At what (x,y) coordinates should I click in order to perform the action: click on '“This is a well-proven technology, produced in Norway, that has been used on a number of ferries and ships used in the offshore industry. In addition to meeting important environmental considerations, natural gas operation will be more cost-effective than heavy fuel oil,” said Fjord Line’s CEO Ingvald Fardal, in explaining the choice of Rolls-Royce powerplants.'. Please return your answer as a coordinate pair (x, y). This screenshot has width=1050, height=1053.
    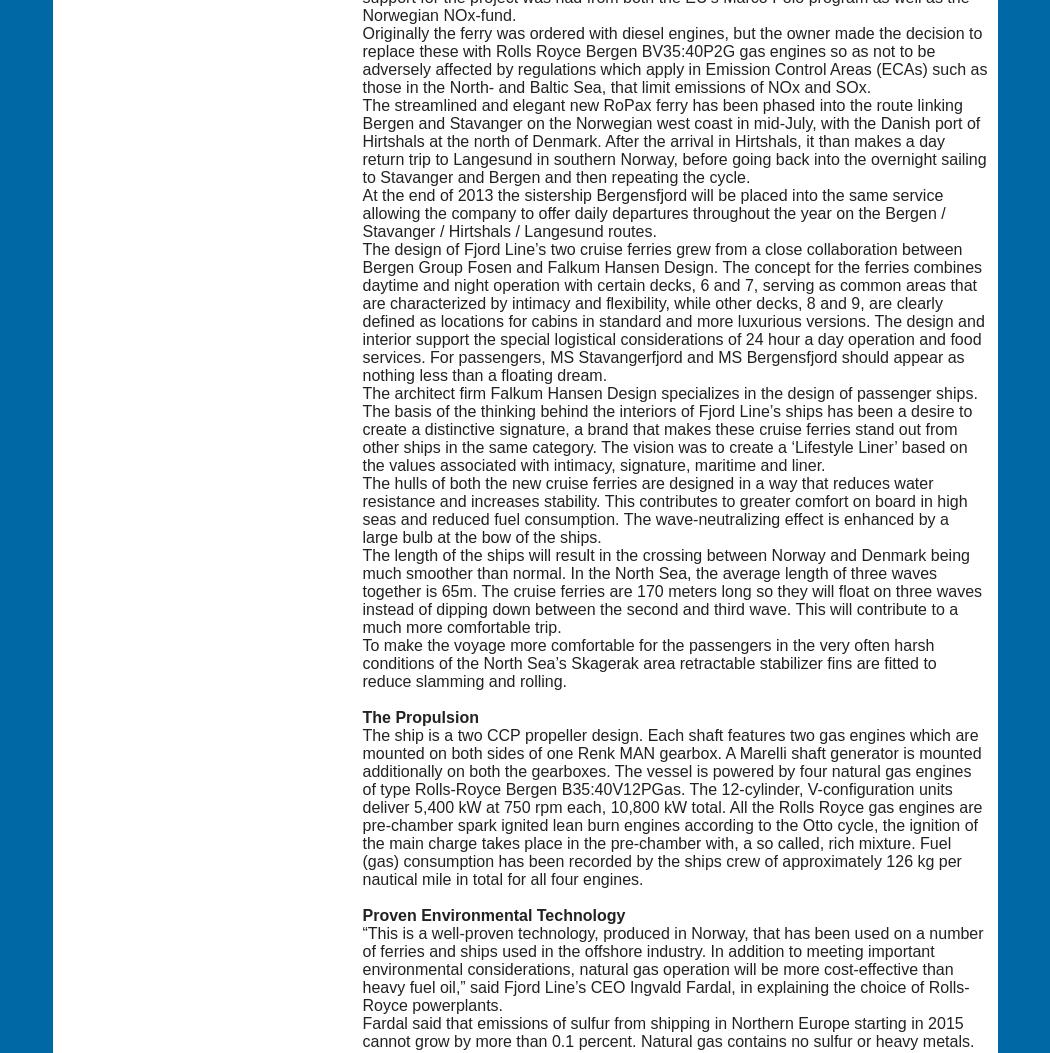
    Looking at the image, I should click on (671, 968).